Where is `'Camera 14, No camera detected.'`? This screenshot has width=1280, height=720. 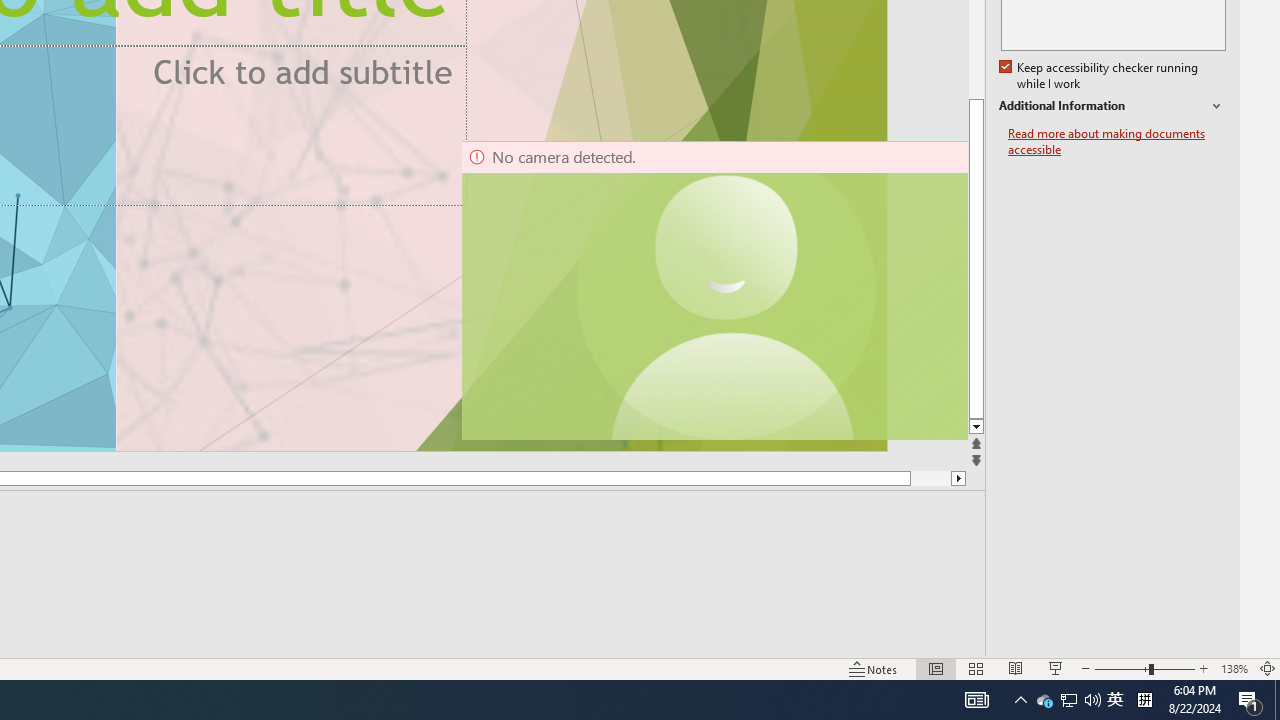
'Camera 14, No camera detected.' is located at coordinates (713, 290).